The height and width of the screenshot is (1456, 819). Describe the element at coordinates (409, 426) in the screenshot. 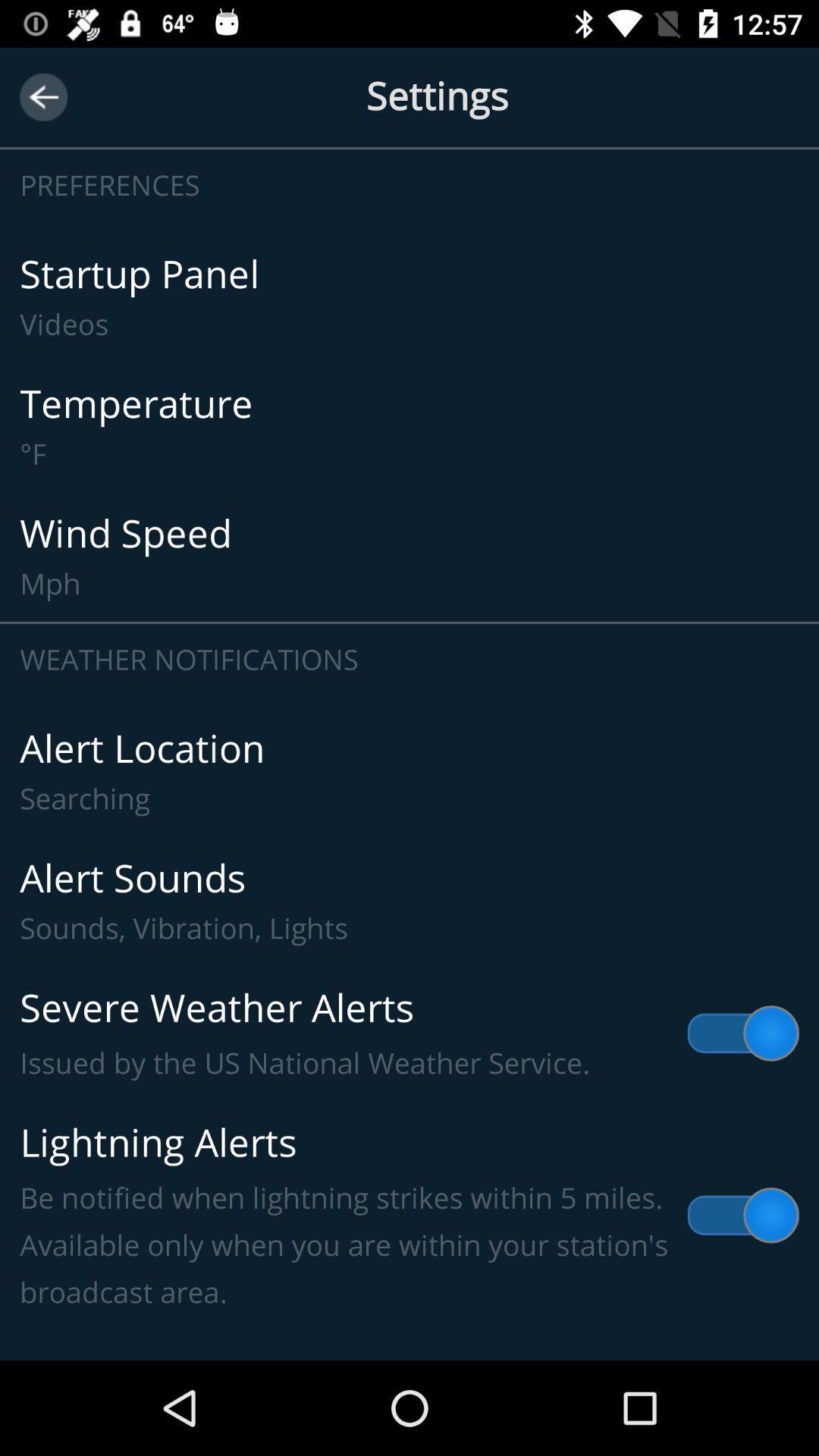

I see `the icon below the startup panel` at that location.